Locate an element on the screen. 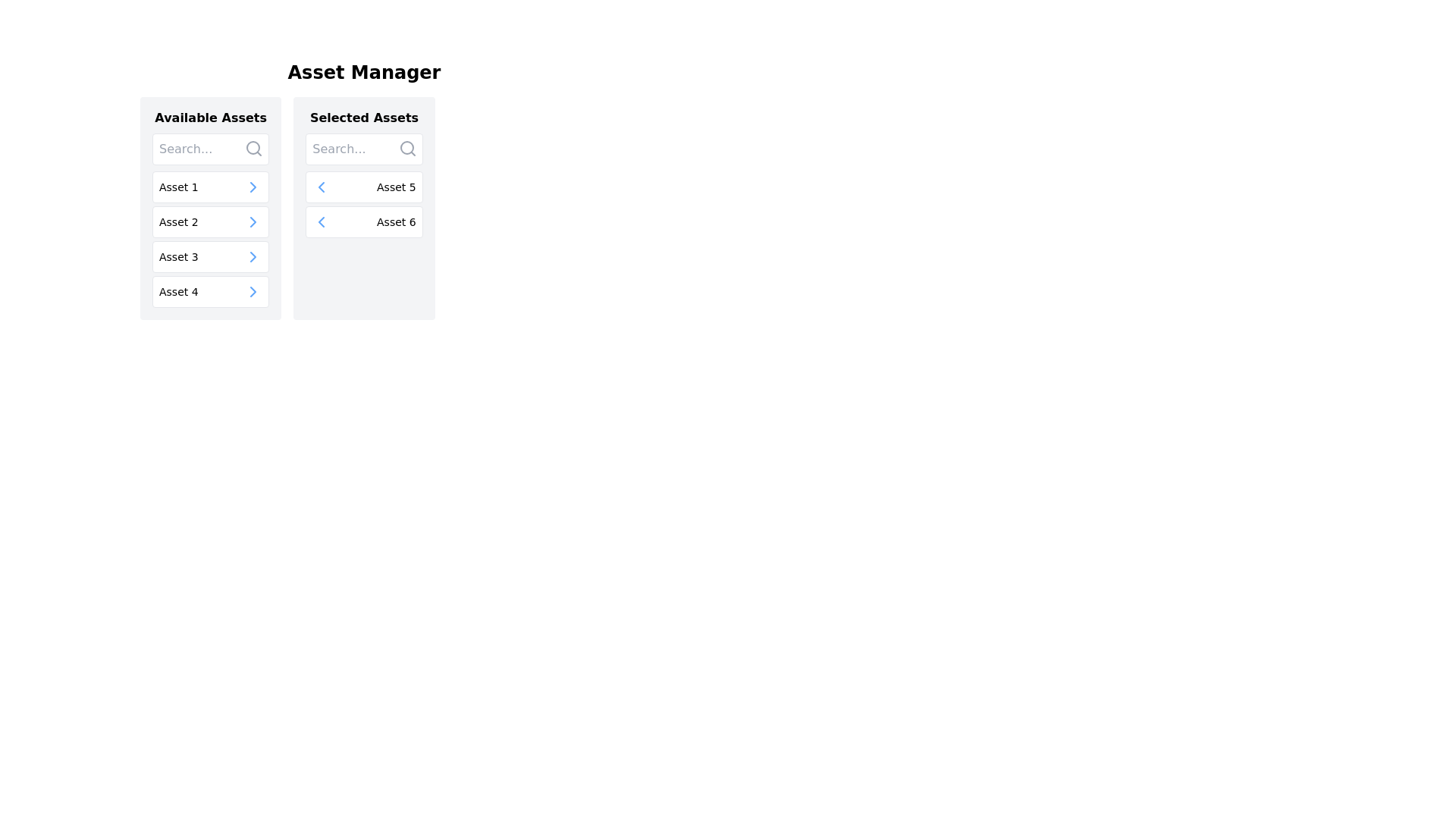  the left-pointing chevron icon button, which has a blue stroke and is located to the left of the text 'Asset 5' in the 'Selected Assets' column is located at coordinates (320, 186).